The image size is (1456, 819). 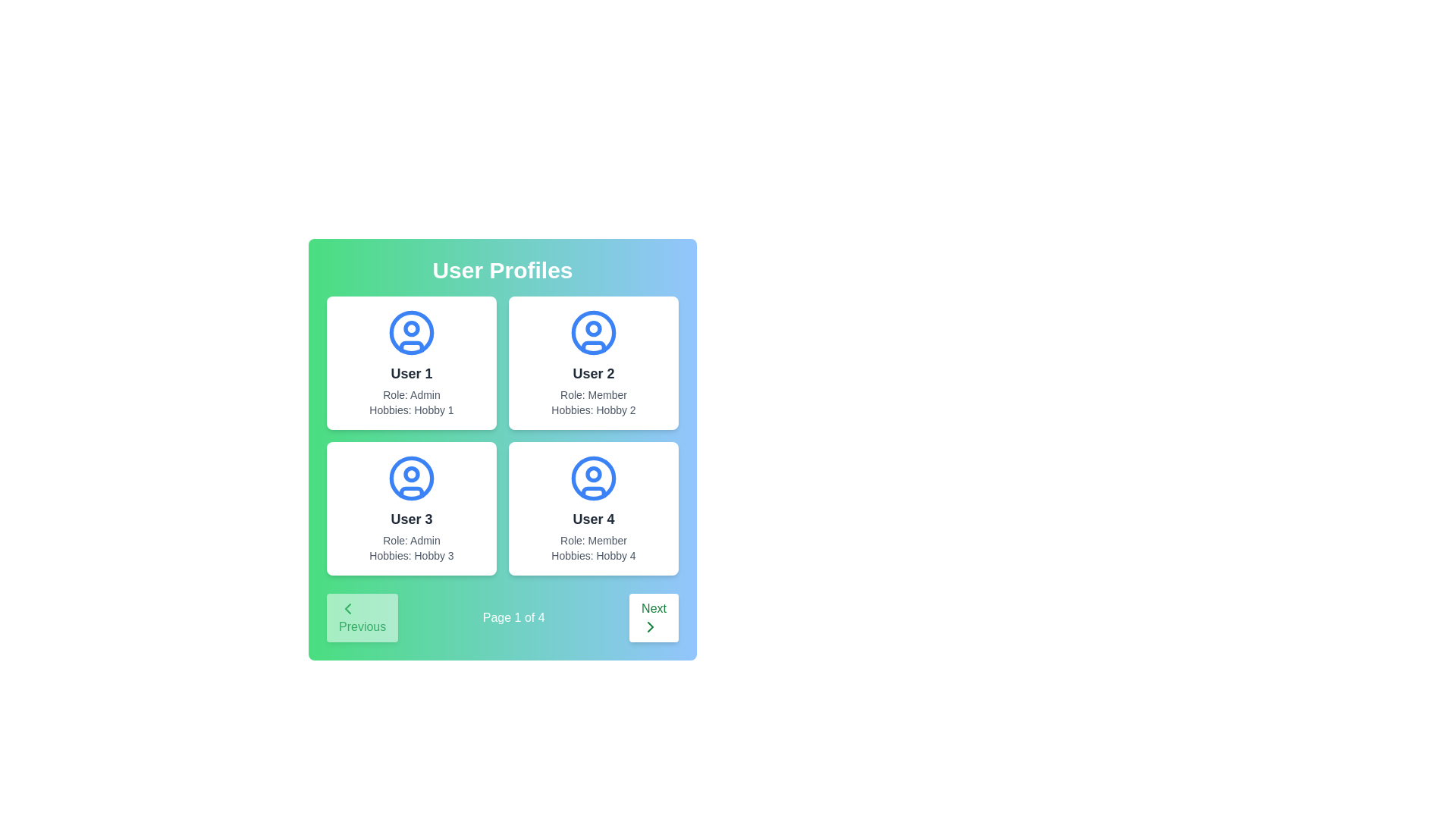 I want to click on the static text displaying the hobbies of 'User 1', located at the bottom of the user profile card, immediately after the 'Role: Admin' text, so click(x=411, y=409).